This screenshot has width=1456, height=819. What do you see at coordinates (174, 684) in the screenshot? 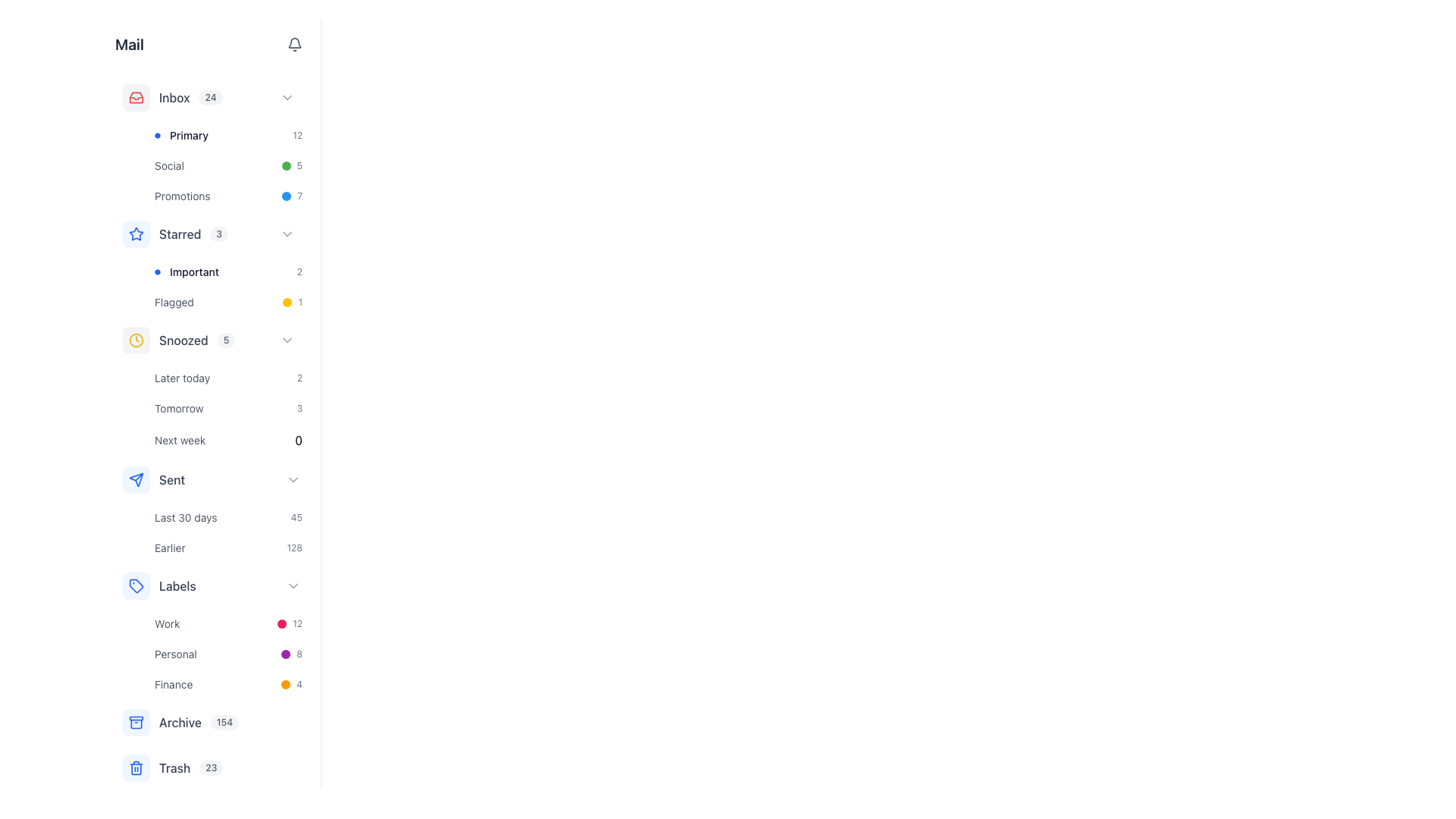
I see `the 'Finance' text label in the vertical navigation panel` at bounding box center [174, 684].